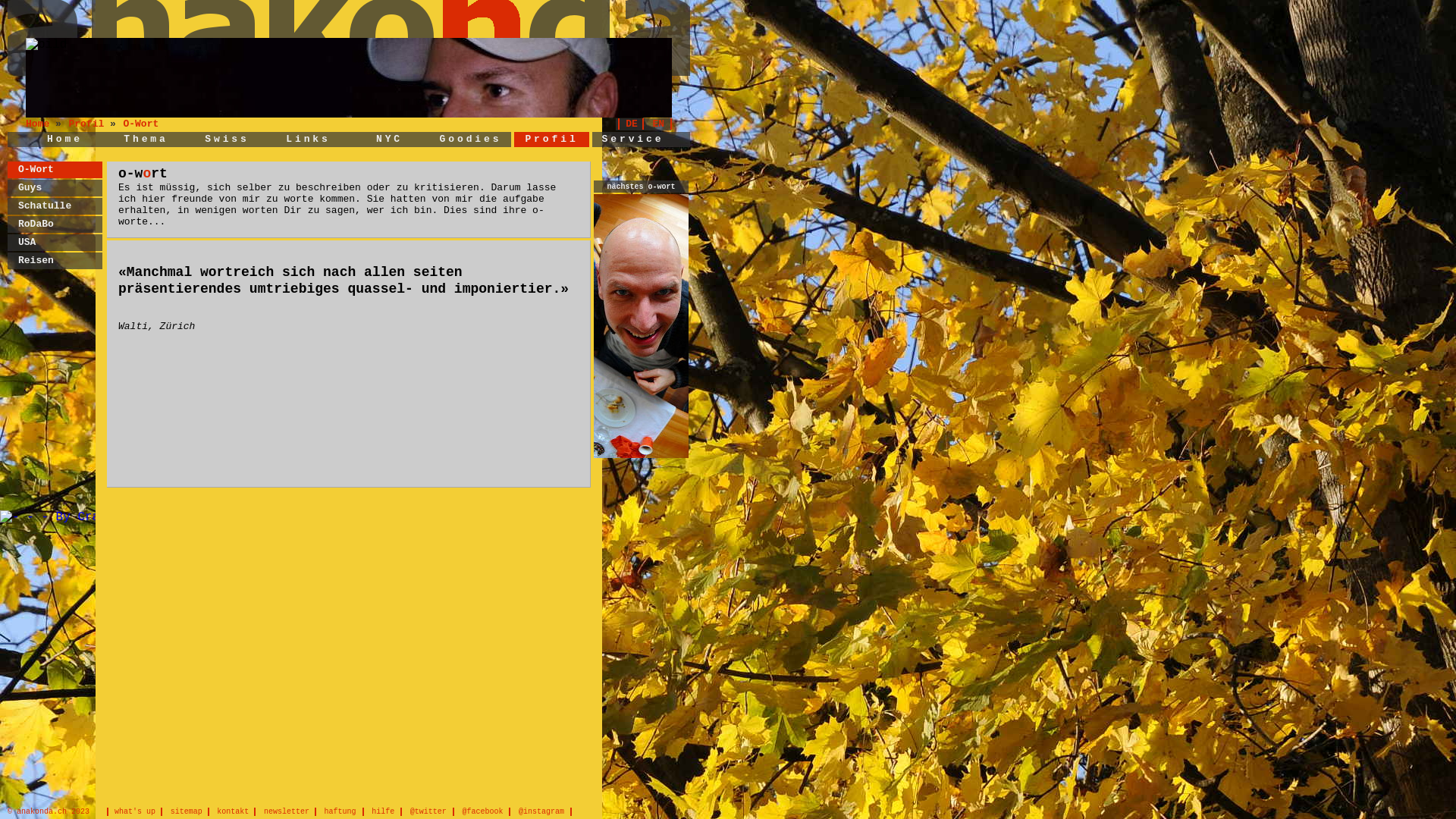  Describe the element at coordinates (633, 139) in the screenshot. I see `'Service'` at that location.